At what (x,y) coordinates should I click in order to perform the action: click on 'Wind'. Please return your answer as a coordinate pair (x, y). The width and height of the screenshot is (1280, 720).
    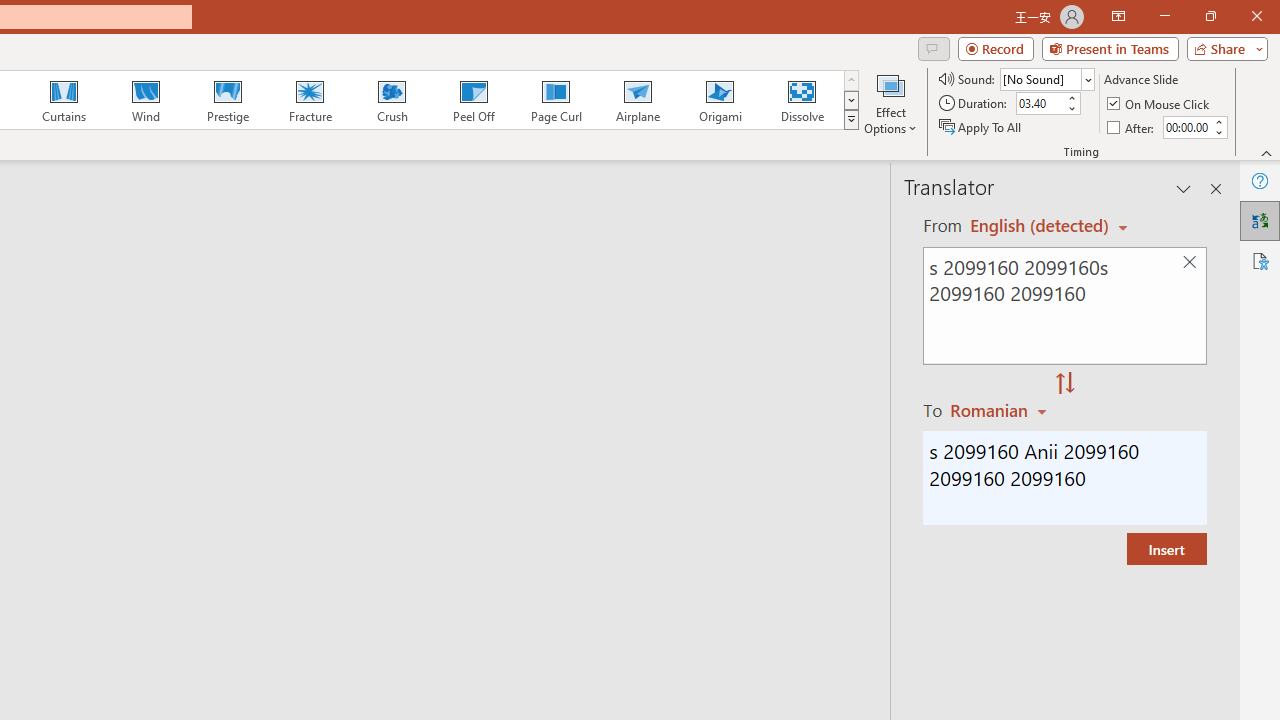
    Looking at the image, I should click on (144, 100).